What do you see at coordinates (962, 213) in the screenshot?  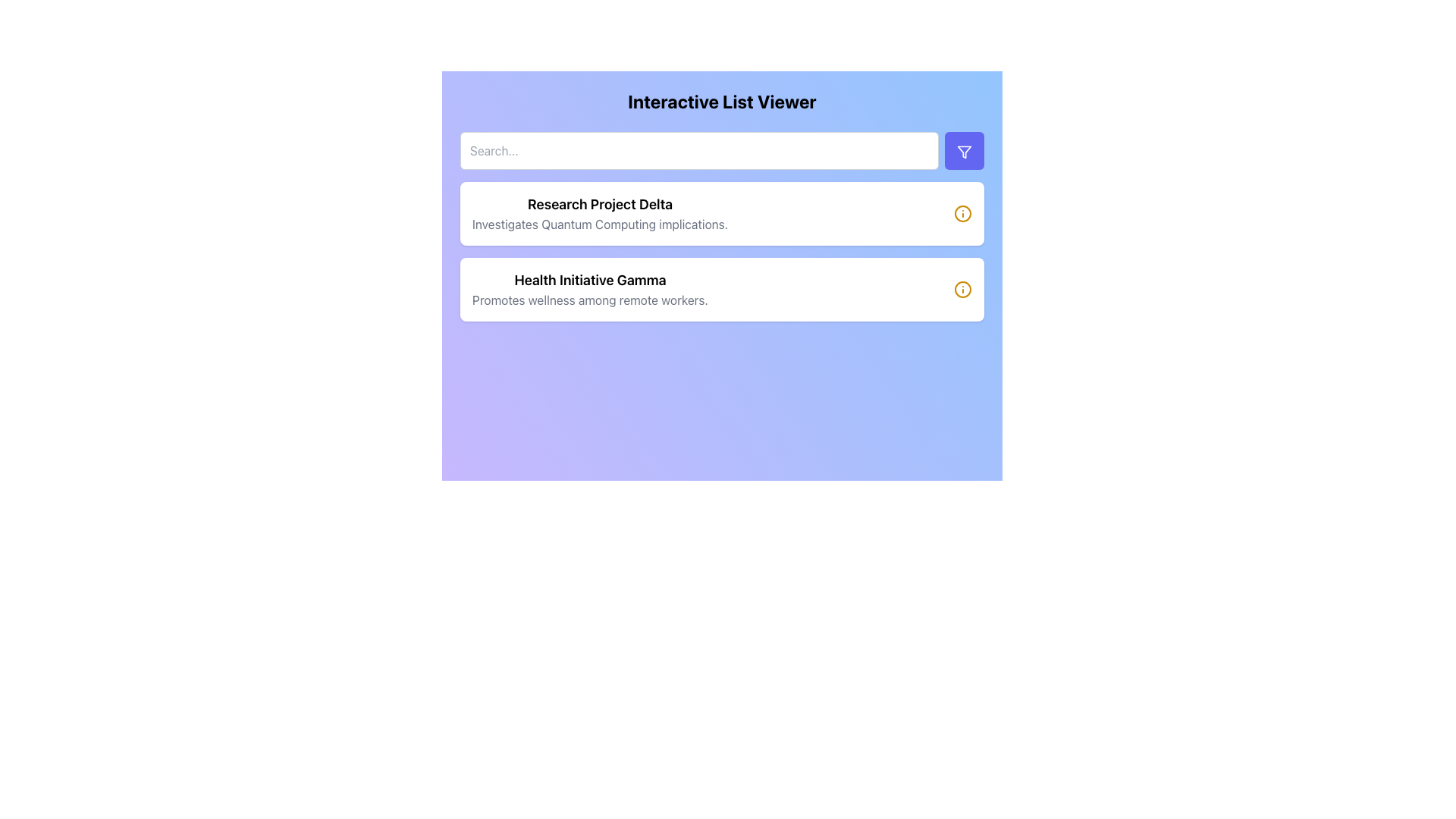 I see `the icon button located to the far right within the card labeled 'Research Project Delta'` at bounding box center [962, 213].